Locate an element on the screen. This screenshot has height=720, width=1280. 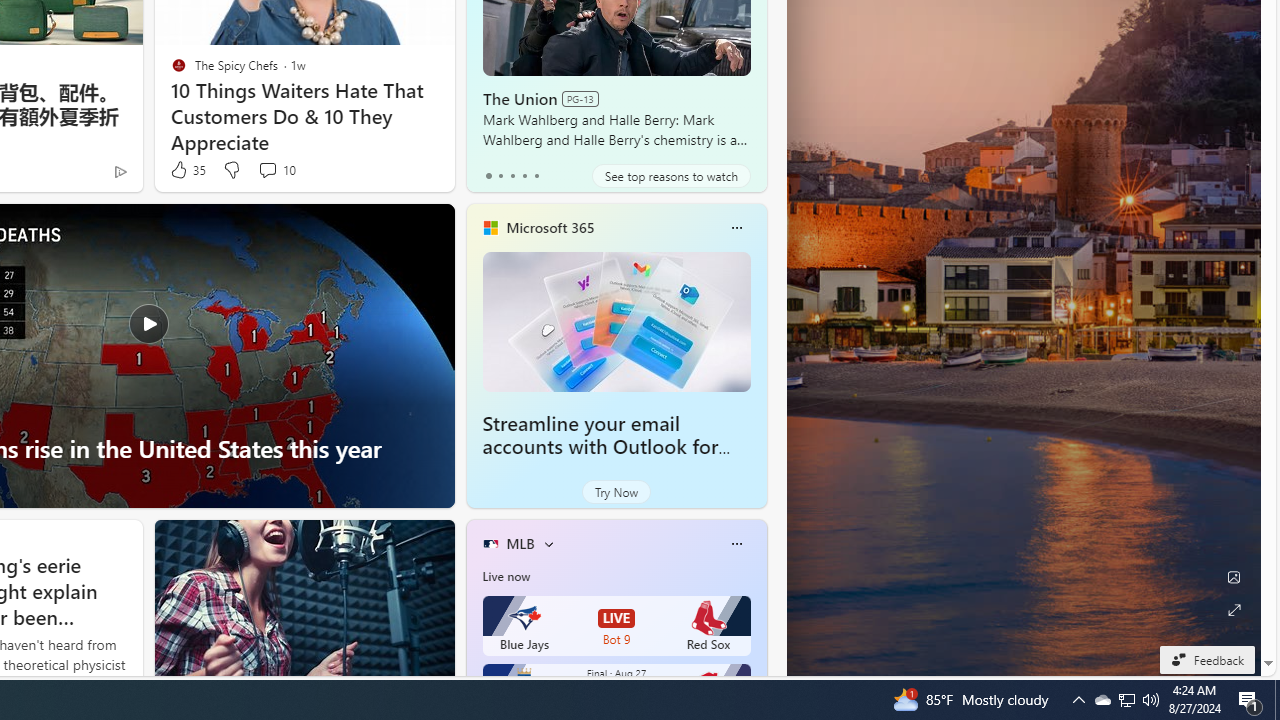
'35 Like' is located at coordinates (186, 169).